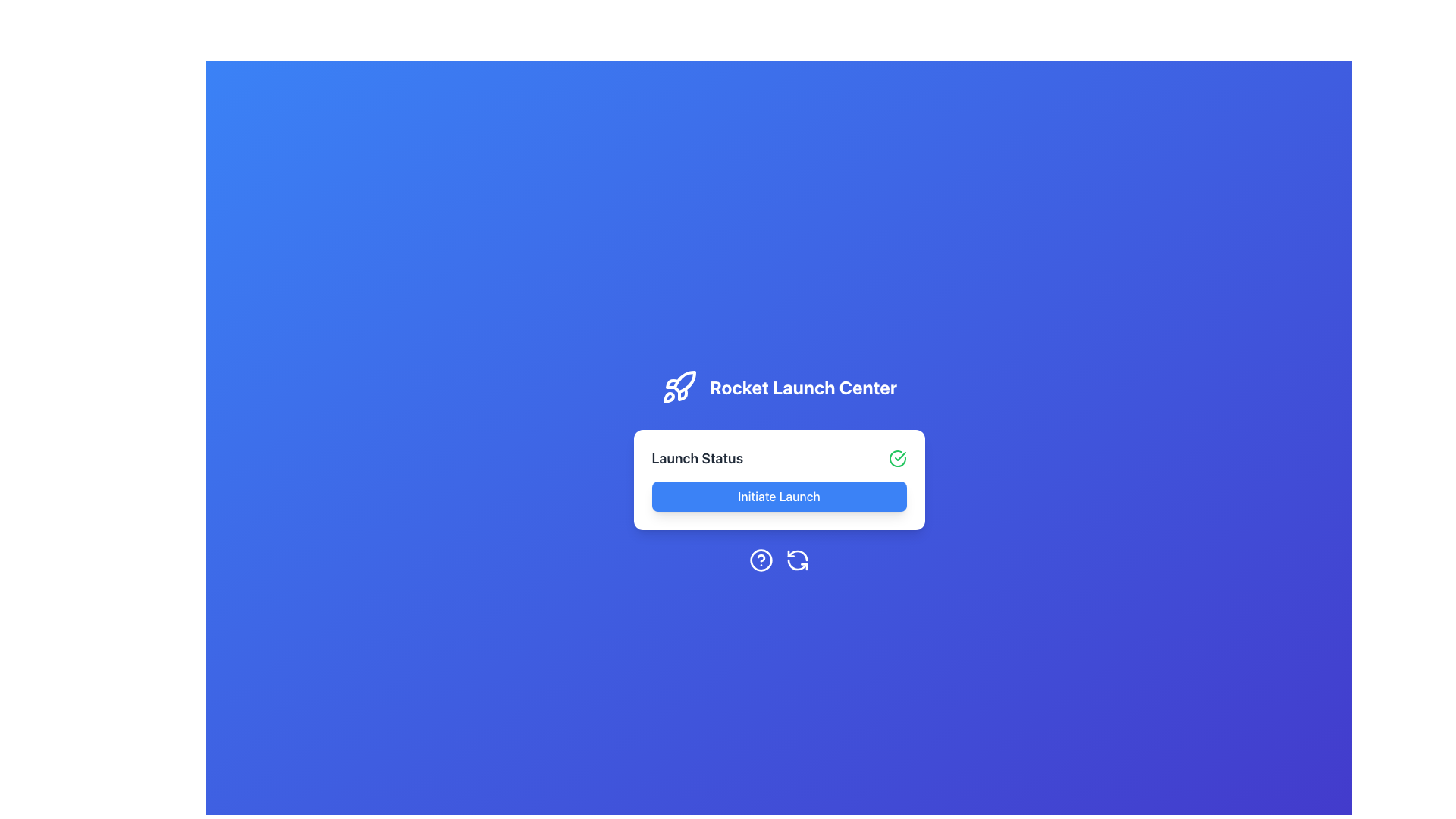 This screenshot has height=819, width=1456. I want to click on the curved lower section of the rocket icon, which is part of a graphic depicting a rocket and is located above the text 'Rocket Launch Center', so click(668, 397).